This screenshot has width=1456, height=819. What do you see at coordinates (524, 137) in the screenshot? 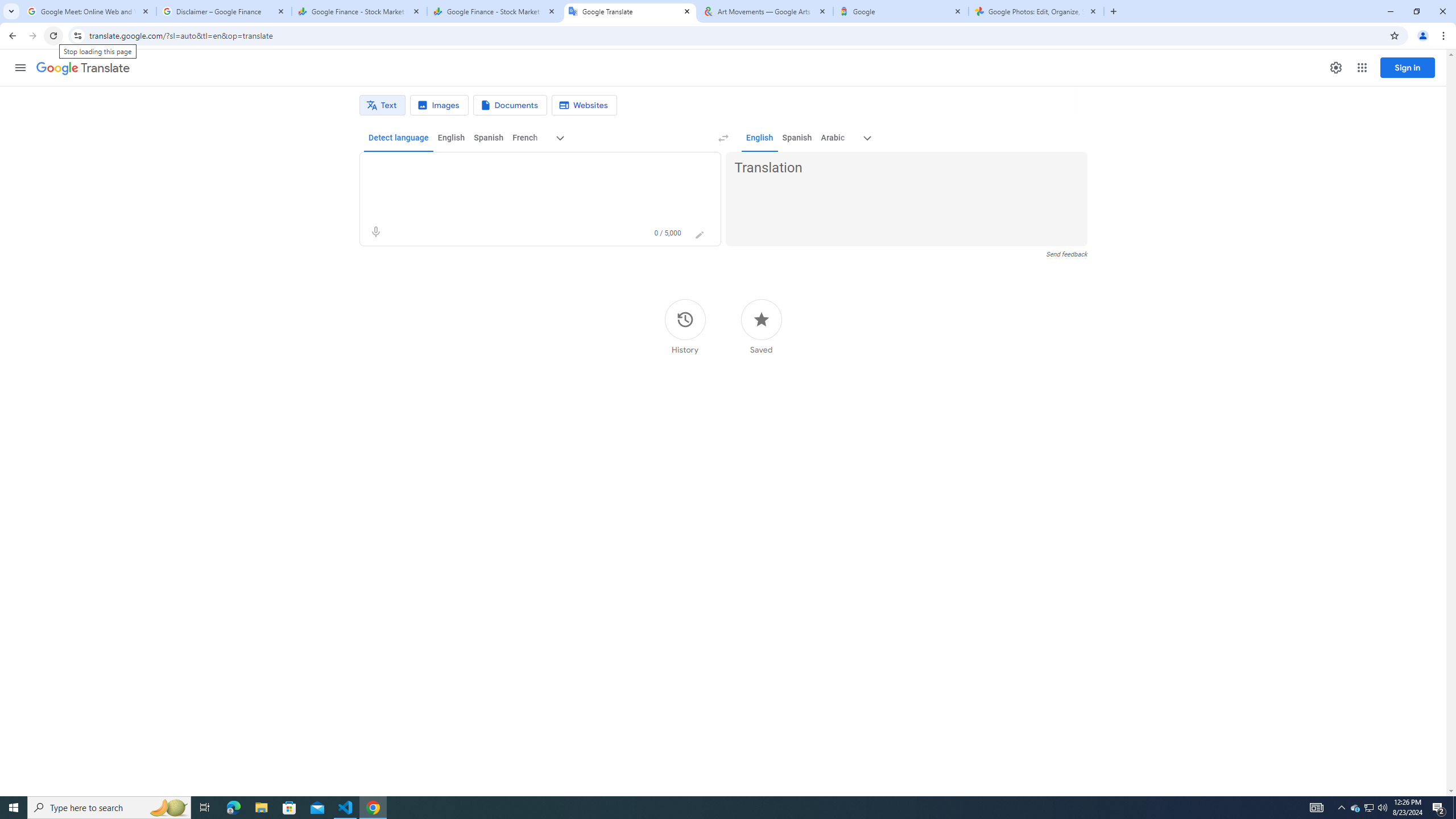
I see `'French'` at bounding box center [524, 137].